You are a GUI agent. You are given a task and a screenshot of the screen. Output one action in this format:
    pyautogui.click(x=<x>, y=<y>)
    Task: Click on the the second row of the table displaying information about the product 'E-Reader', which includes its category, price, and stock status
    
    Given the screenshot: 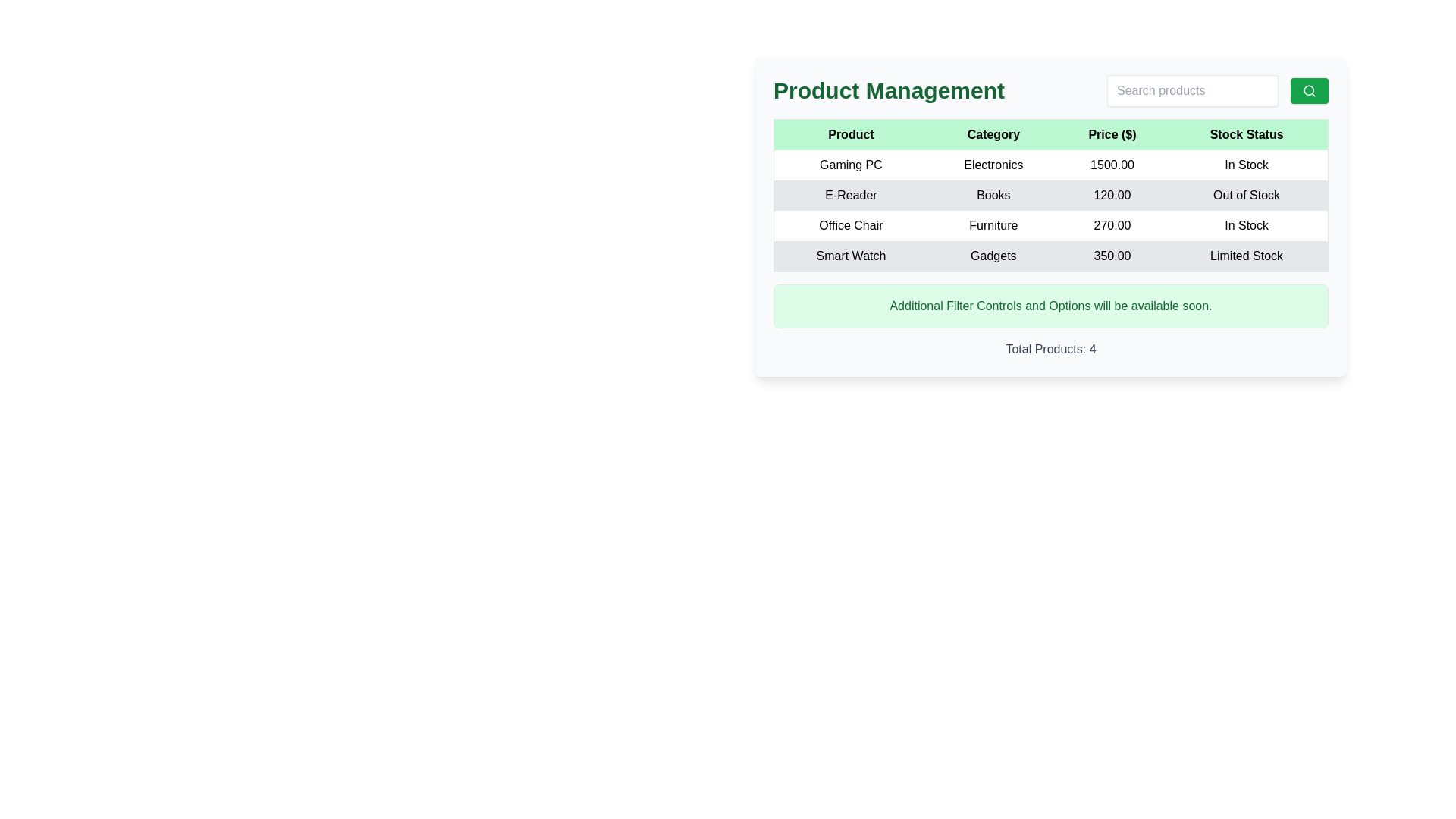 What is the action you would take?
    pyautogui.click(x=1050, y=210)
    